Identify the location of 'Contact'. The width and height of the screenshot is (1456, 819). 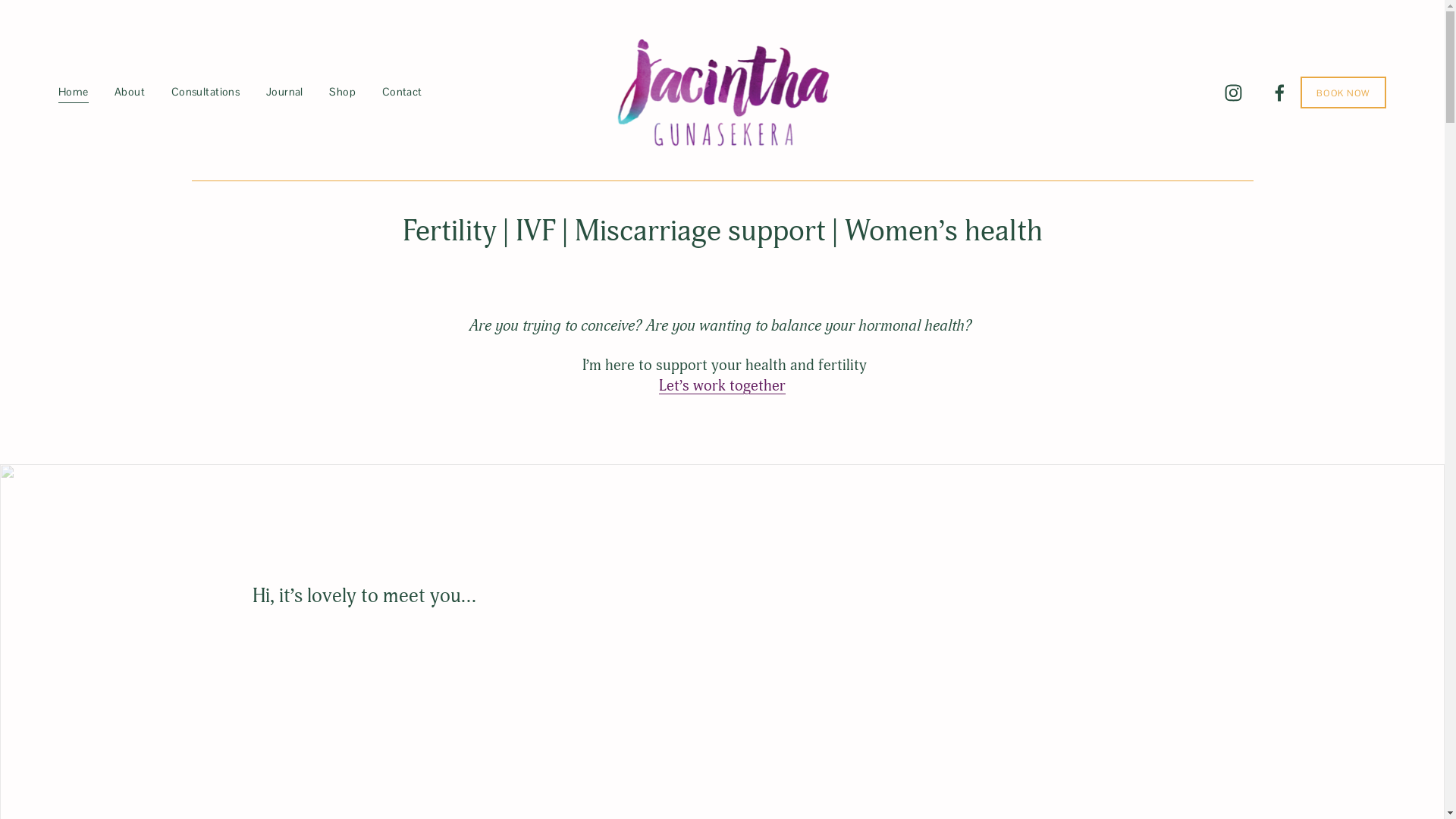
(402, 93).